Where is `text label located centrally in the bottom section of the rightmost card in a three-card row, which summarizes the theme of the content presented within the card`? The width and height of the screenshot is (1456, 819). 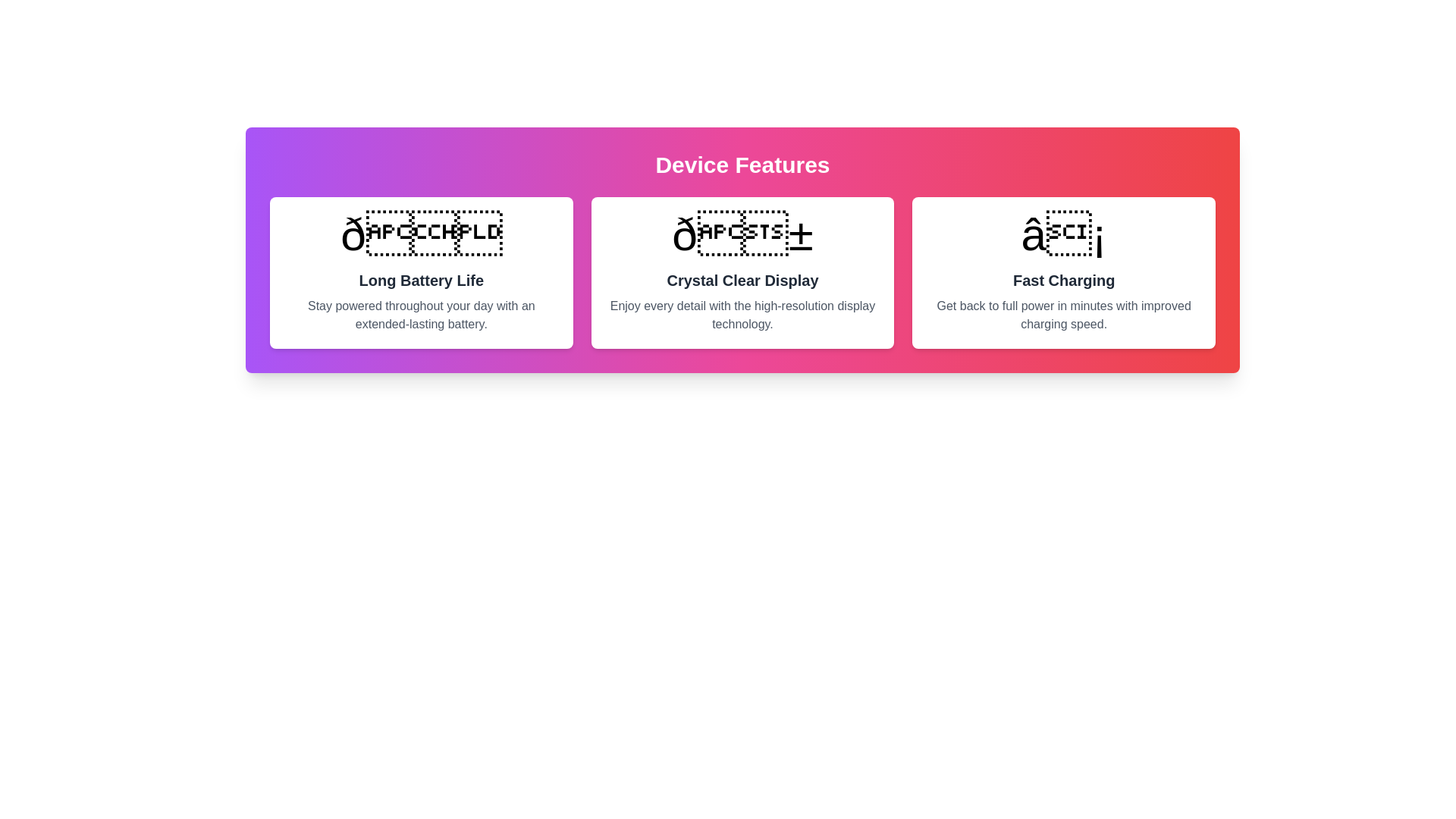
text label located centrally in the bottom section of the rightmost card in a three-card row, which summarizes the theme of the content presented within the card is located at coordinates (1063, 281).